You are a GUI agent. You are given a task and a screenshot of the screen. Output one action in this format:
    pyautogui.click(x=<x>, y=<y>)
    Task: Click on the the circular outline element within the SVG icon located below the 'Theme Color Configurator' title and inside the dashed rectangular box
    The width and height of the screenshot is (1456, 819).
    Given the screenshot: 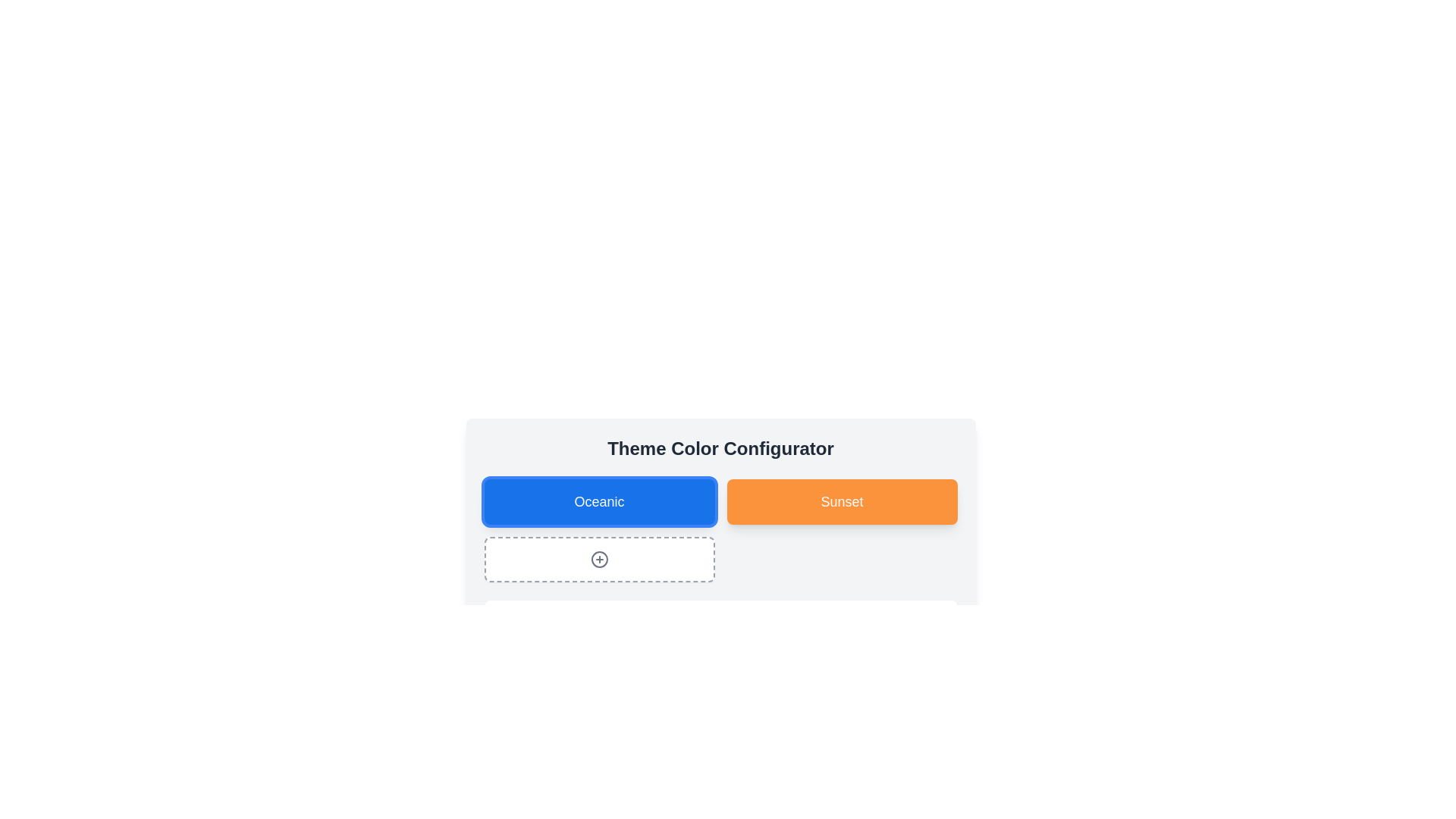 What is the action you would take?
    pyautogui.click(x=598, y=559)
    